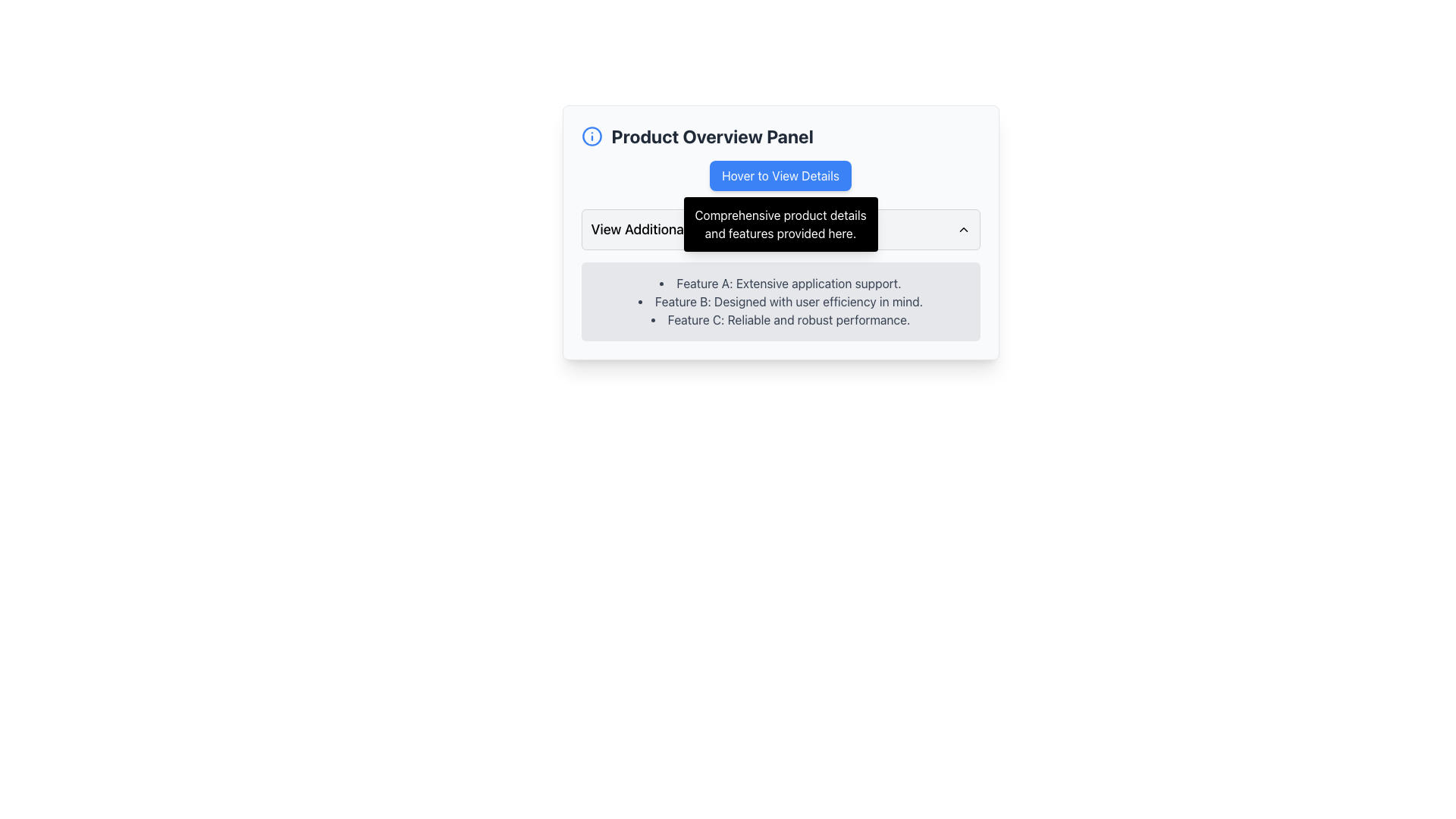  What do you see at coordinates (591, 136) in the screenshot?
I see `the circular blue icon with a white border containing the letter 'i', located at the top left of the 'Product Overview Panel' header` at bounding box center [591, 136].